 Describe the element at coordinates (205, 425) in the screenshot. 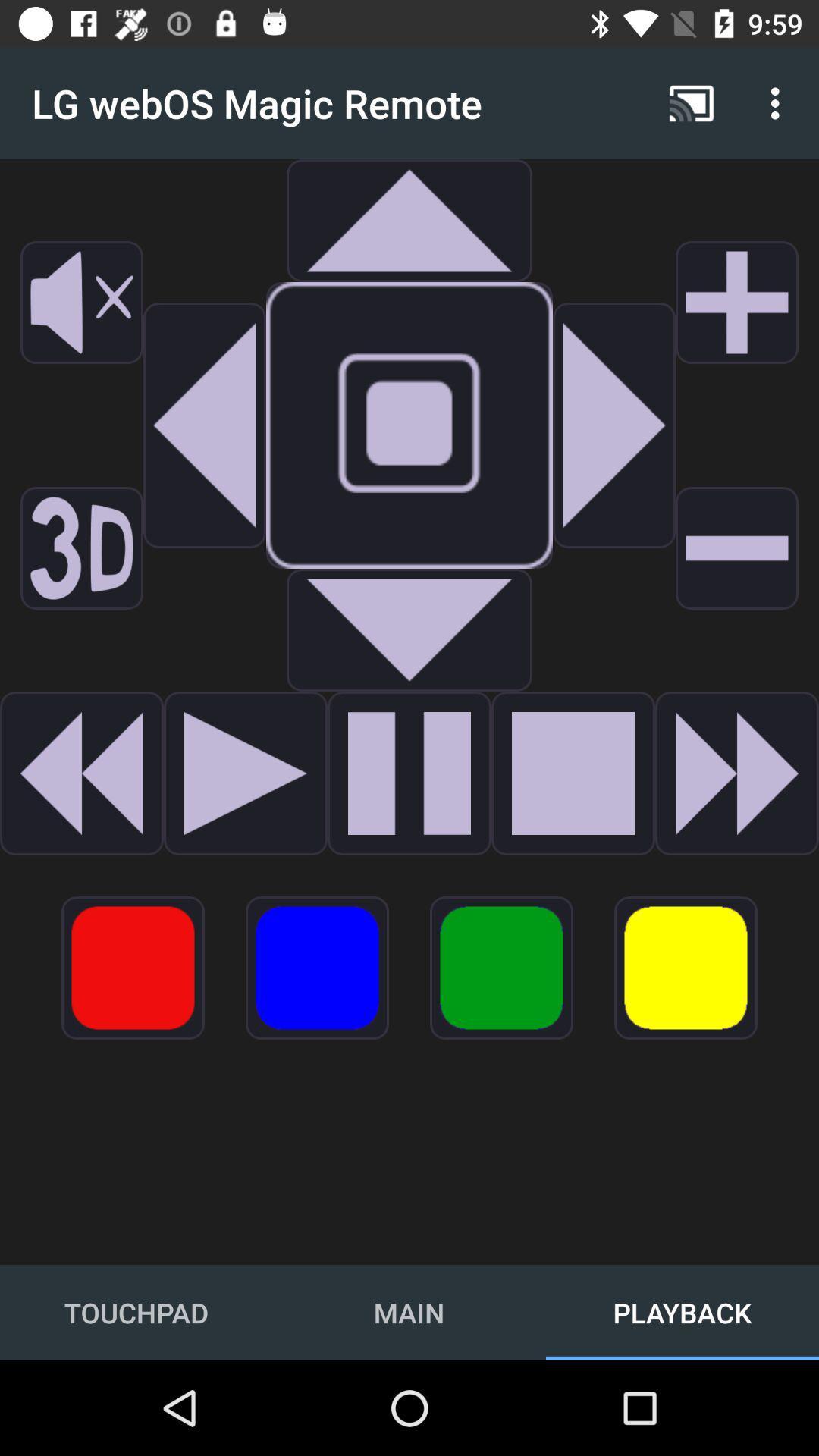

I see `go back` at that location.